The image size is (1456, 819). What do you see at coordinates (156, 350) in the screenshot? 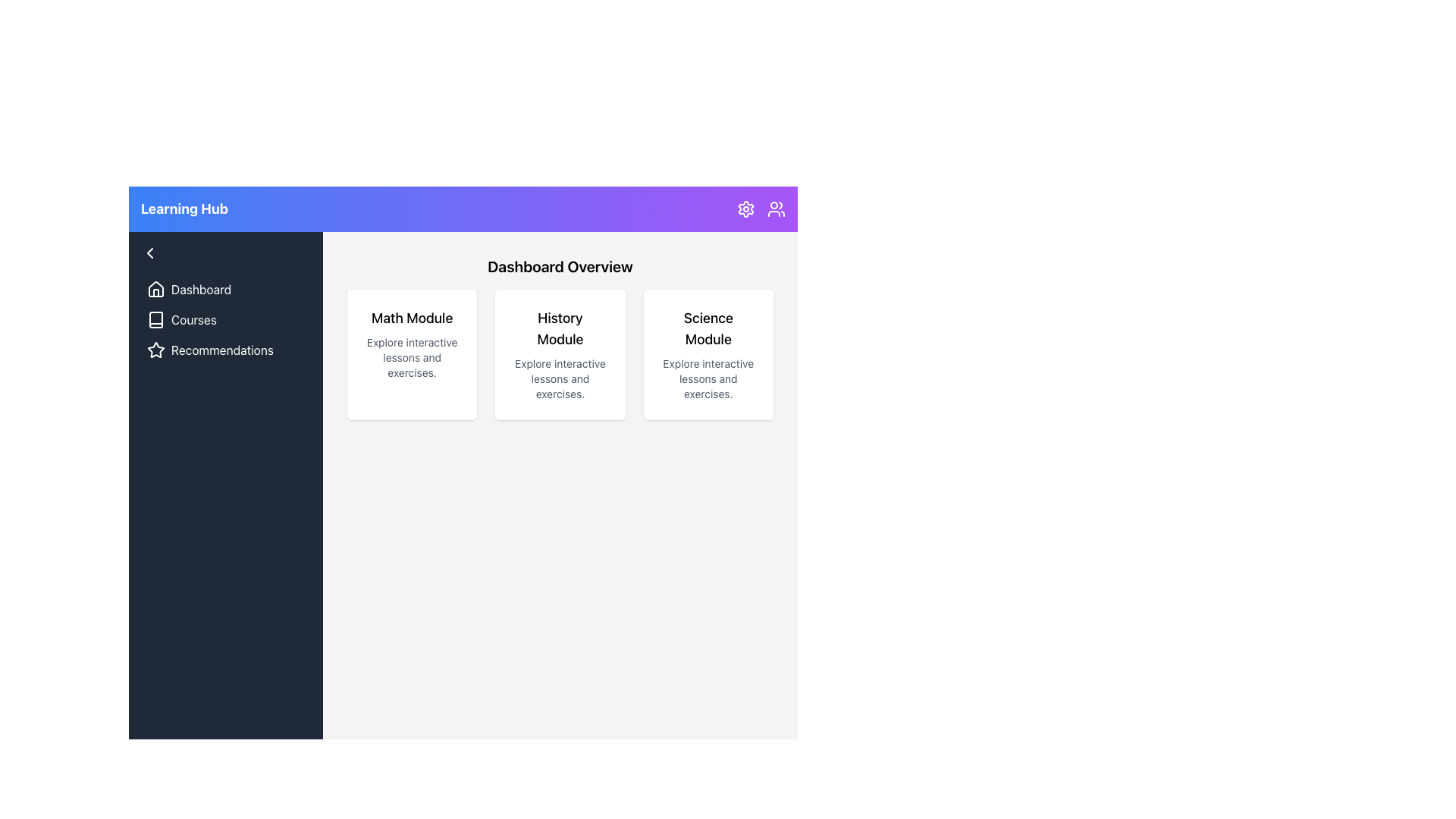
I see `the star icon in the left-side navigation menu that represents 'Recommendations'` at bounding box center [156, 350].